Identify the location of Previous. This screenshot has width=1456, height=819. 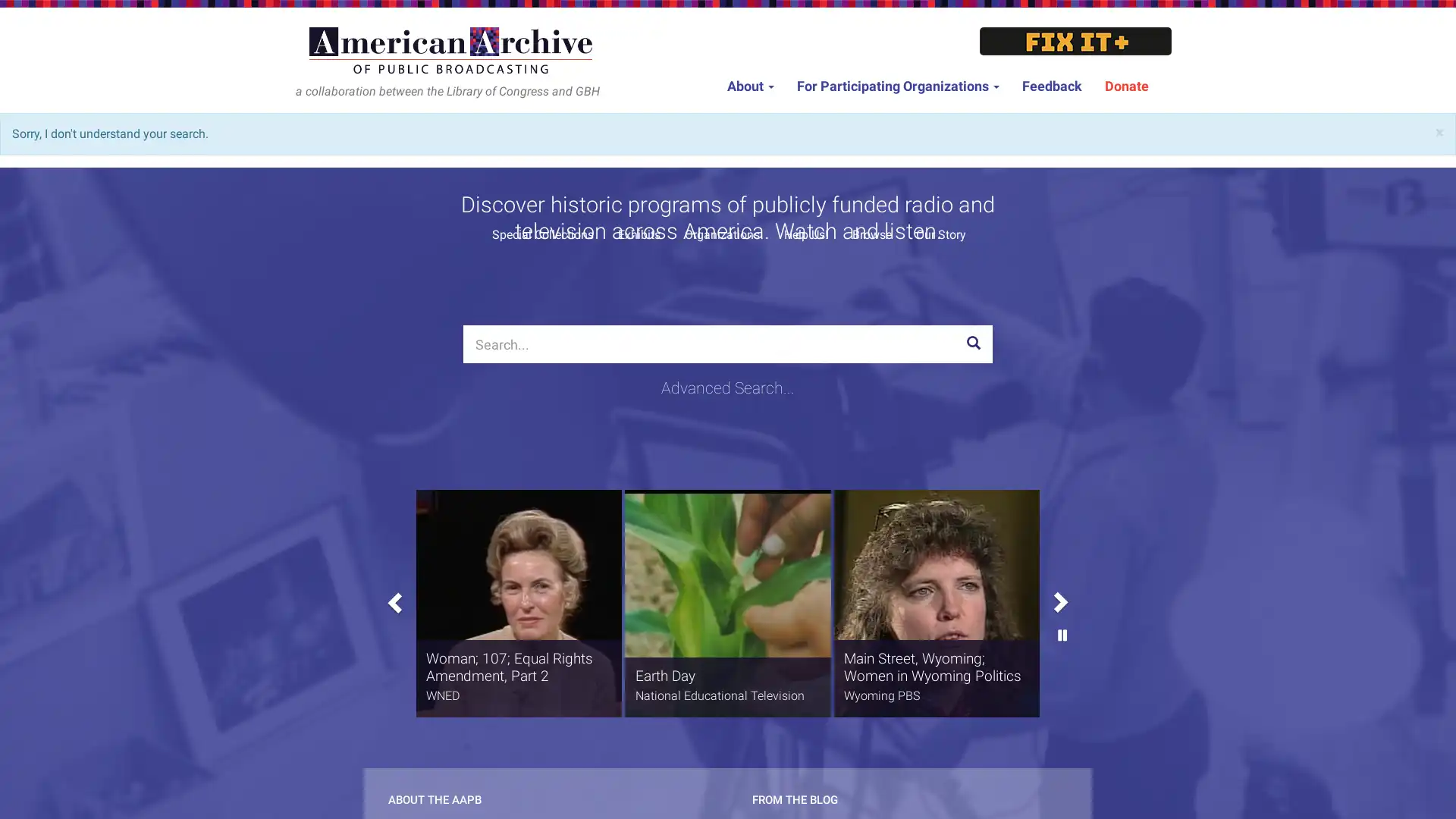
(393, 597).